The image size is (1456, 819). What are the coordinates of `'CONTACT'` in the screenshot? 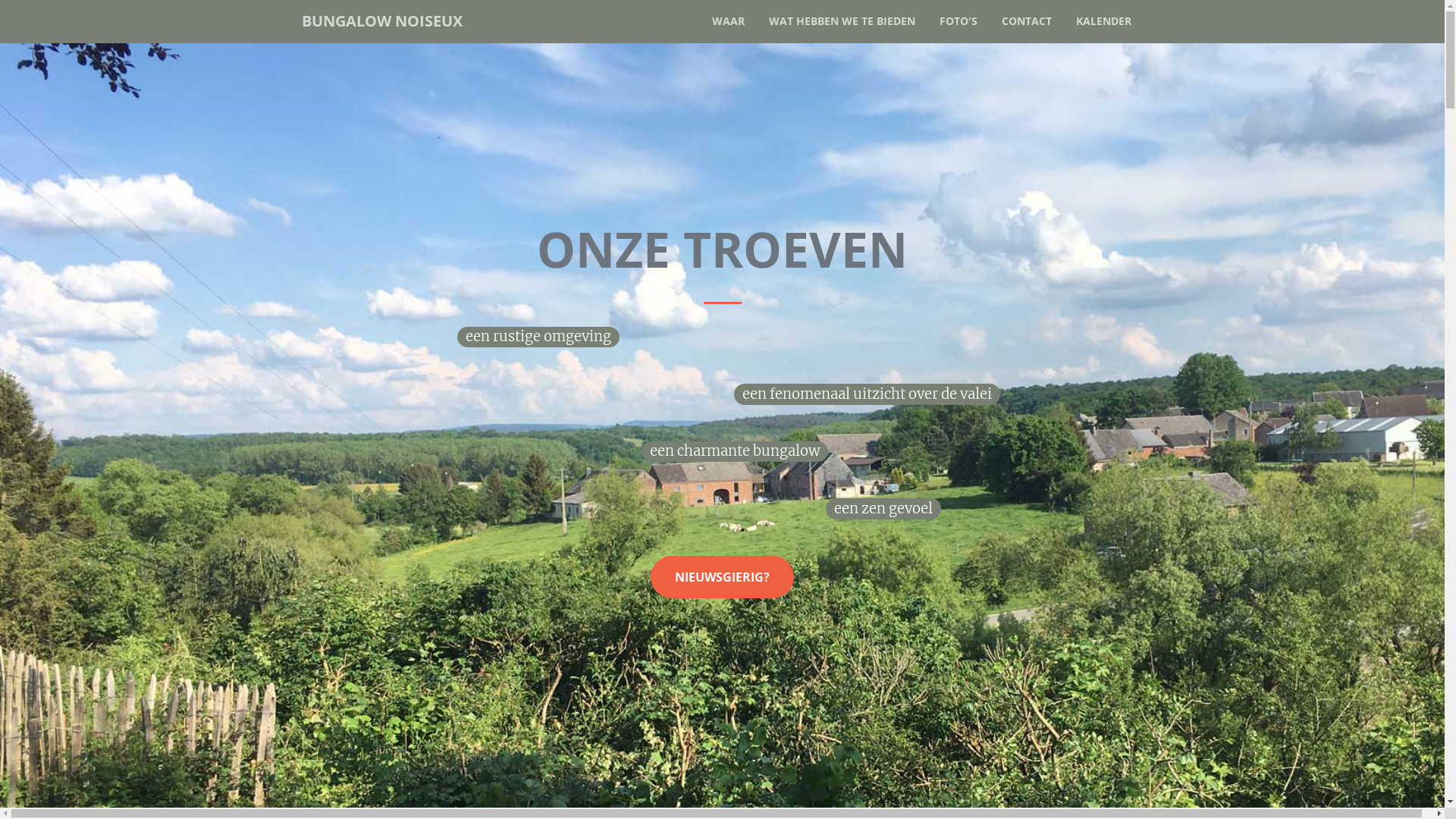 It's located at (1026, 20).